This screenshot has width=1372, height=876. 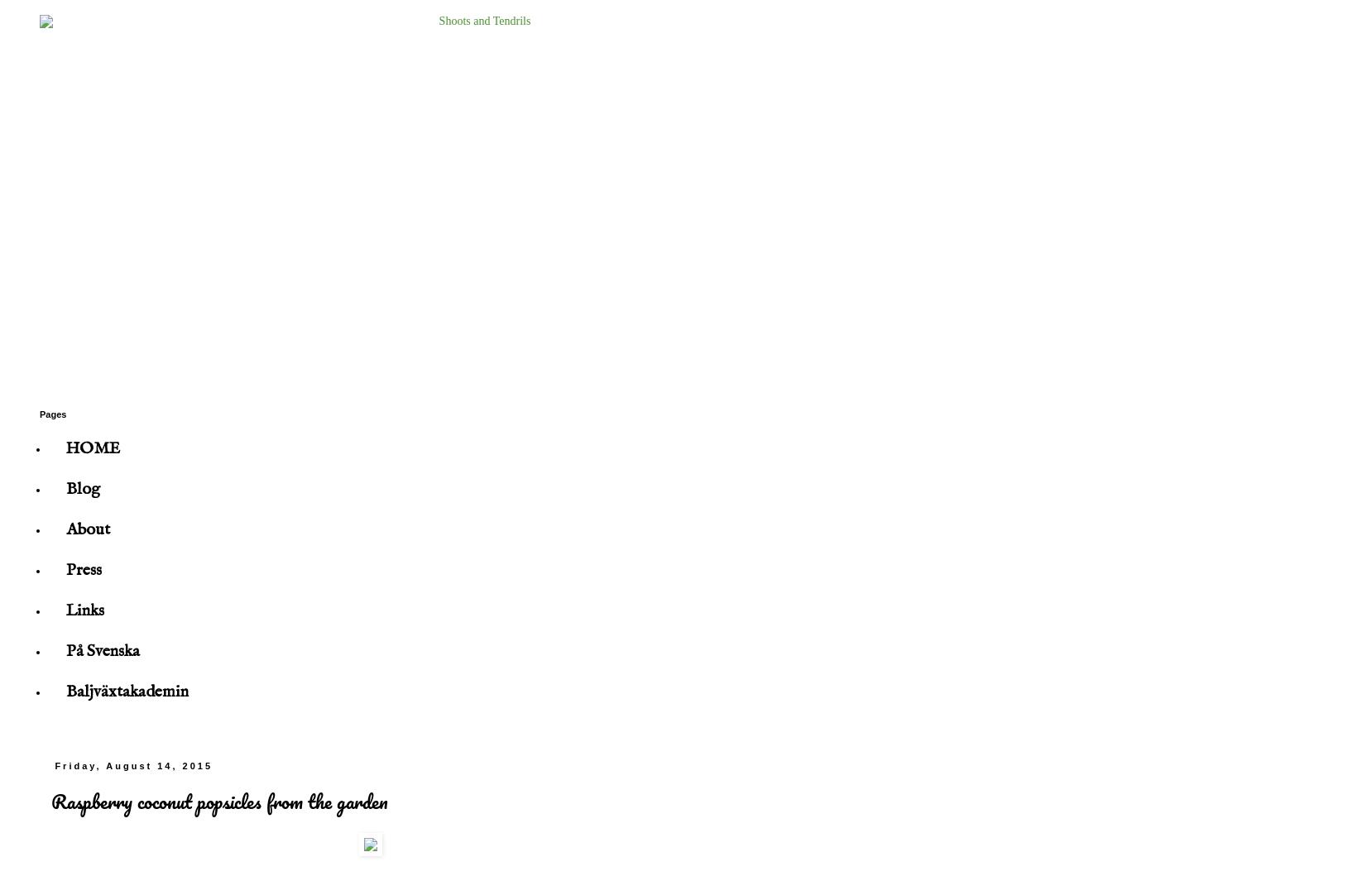 I want to click on 'Raspberry coconut popsicles from the garden', so click(x=219, y=799).